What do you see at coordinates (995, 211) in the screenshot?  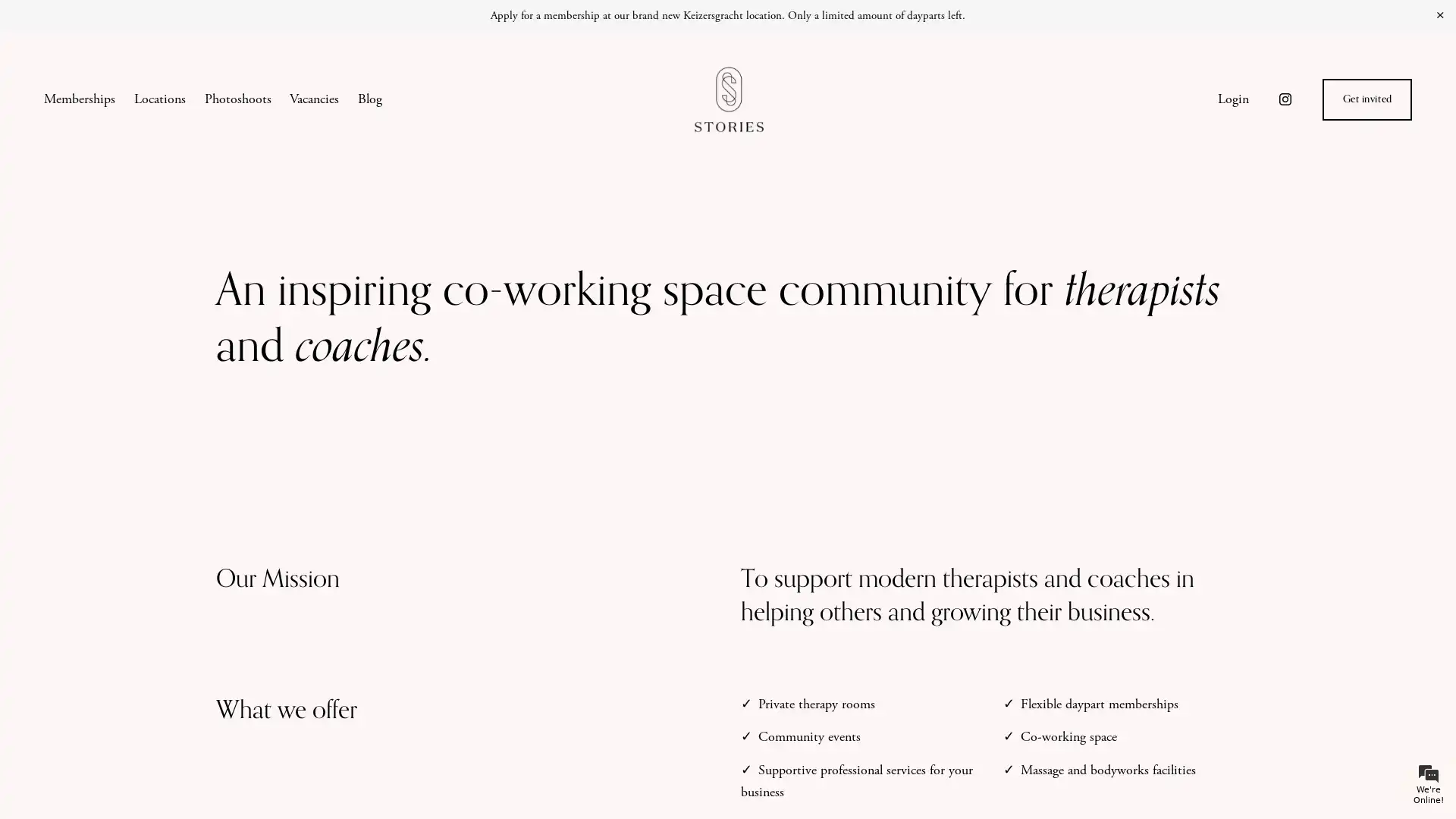 I see `Close` at bounding box center [995, 211].